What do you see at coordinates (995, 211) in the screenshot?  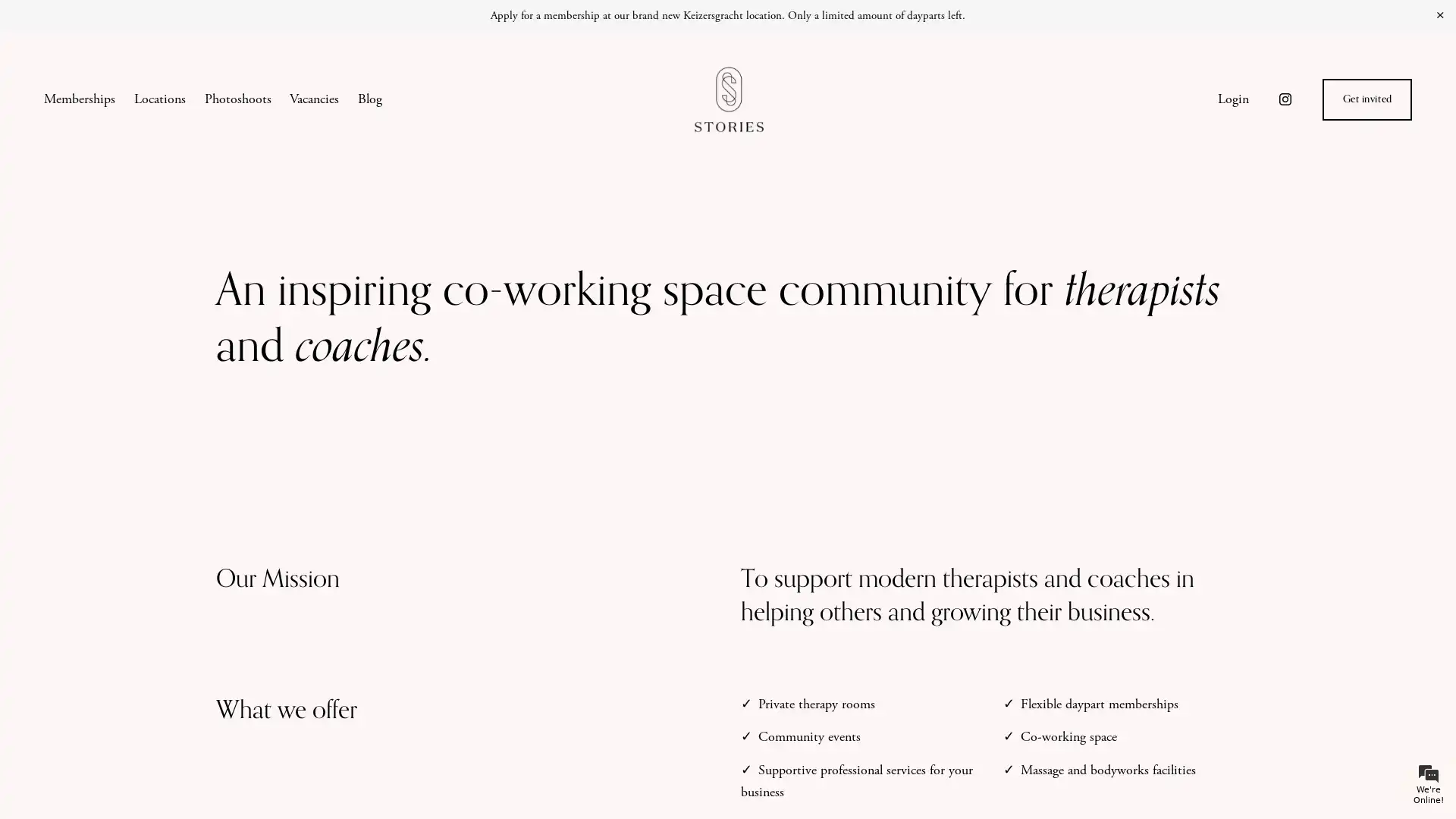 I see `Close` at bounding box center [995, 211].